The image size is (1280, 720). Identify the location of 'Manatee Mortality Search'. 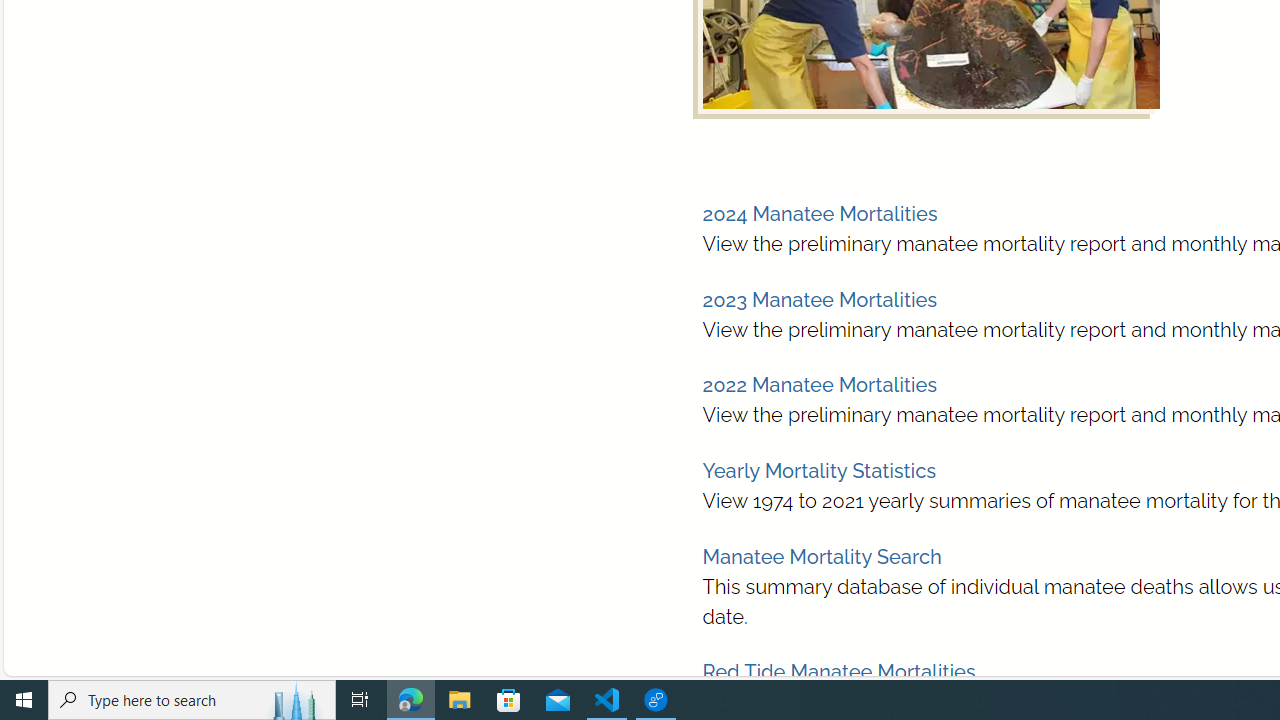
(821, 556).